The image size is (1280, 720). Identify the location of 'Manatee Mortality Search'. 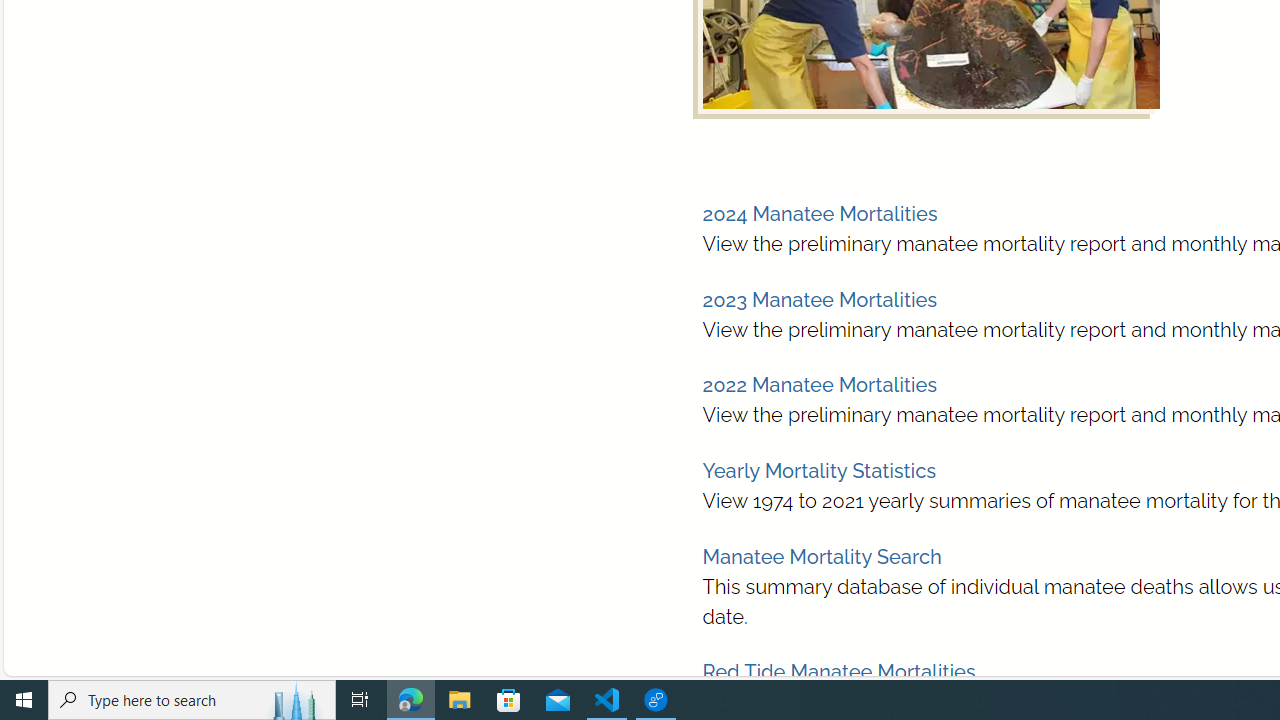
(821, 556).